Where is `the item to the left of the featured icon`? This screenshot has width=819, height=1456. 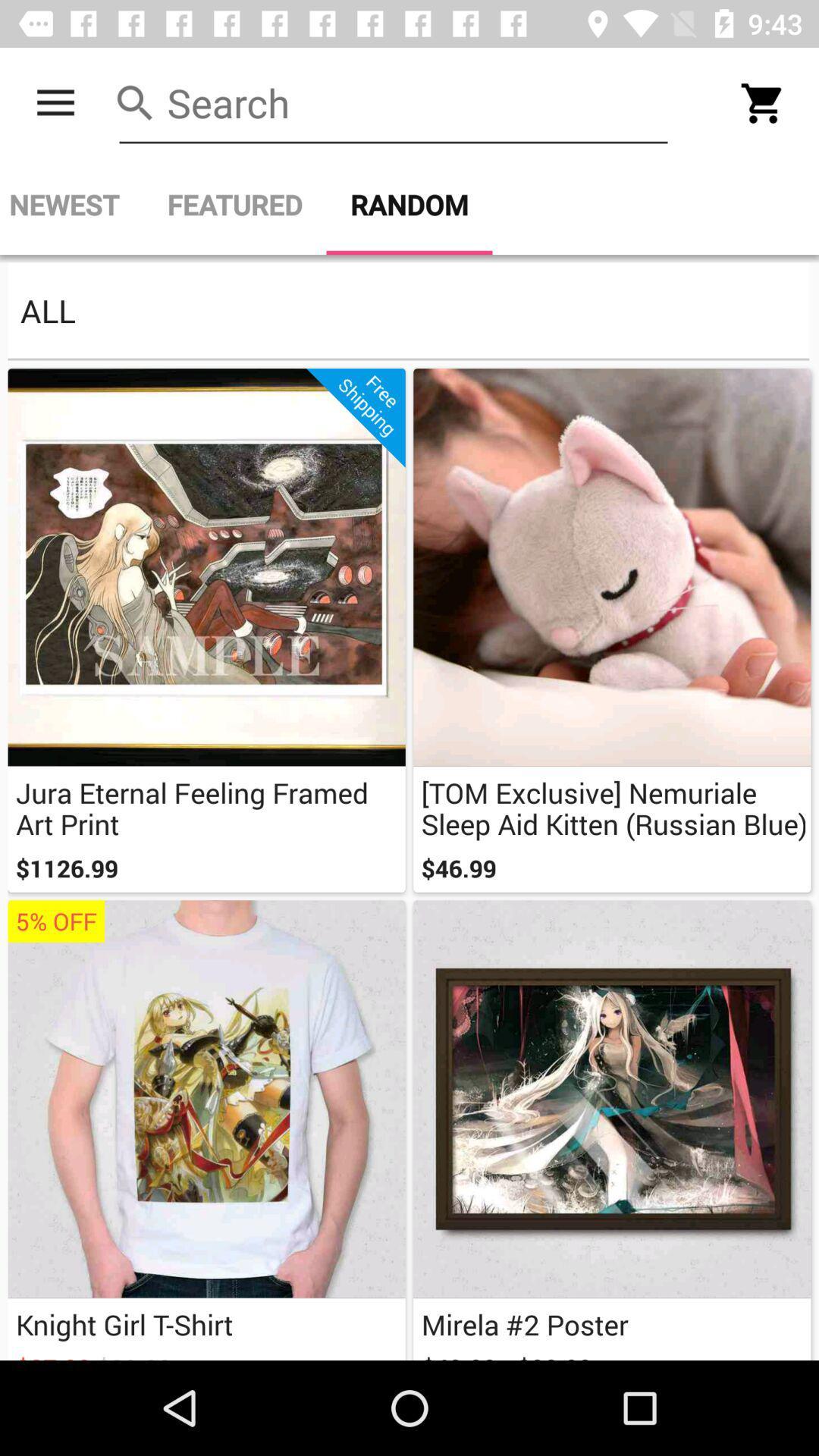 the item to the left of the featured icon is located at coordinates (71, 204).